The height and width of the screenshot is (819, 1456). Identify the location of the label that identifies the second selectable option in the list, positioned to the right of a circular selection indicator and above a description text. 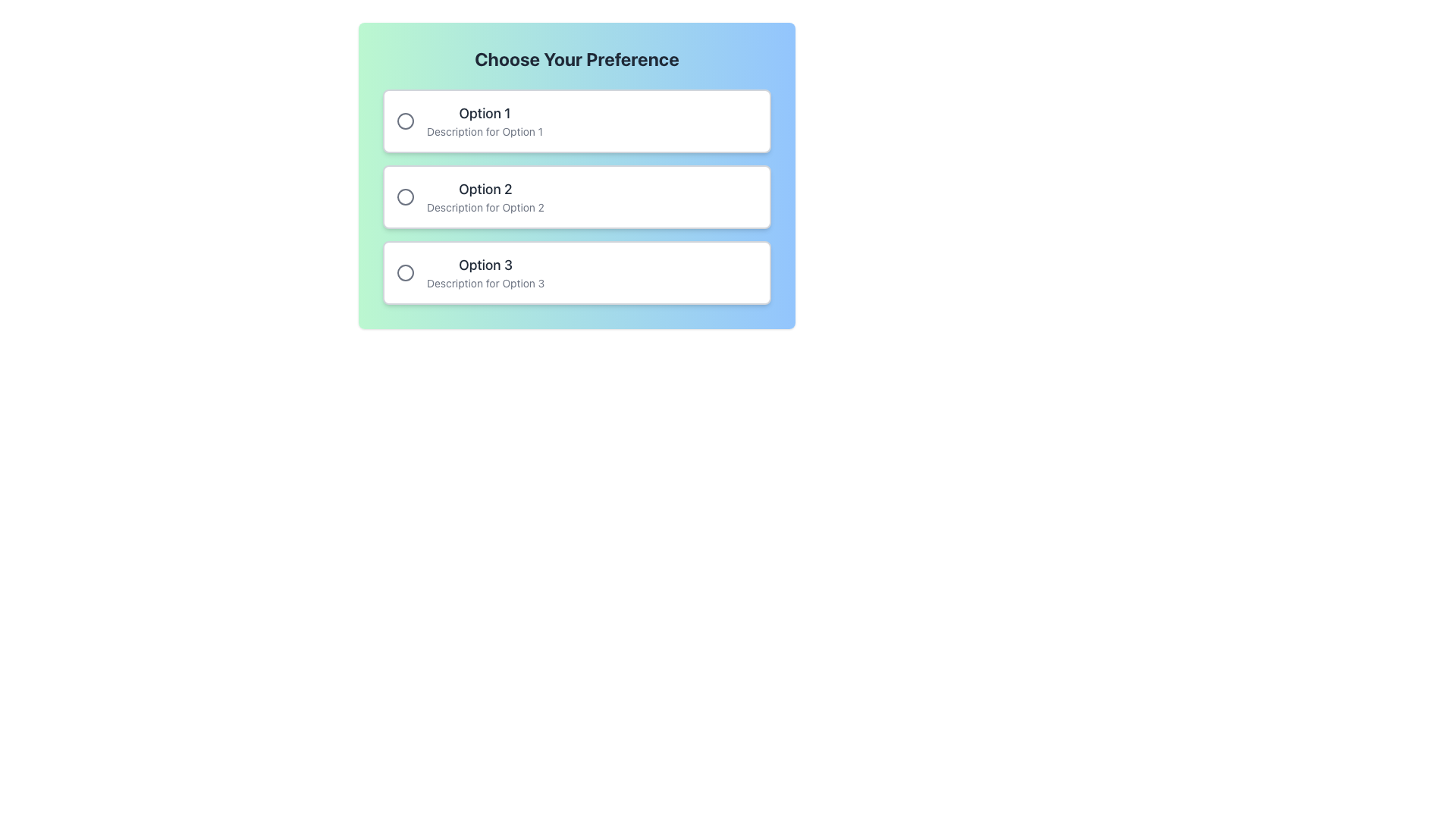
(485, 189).